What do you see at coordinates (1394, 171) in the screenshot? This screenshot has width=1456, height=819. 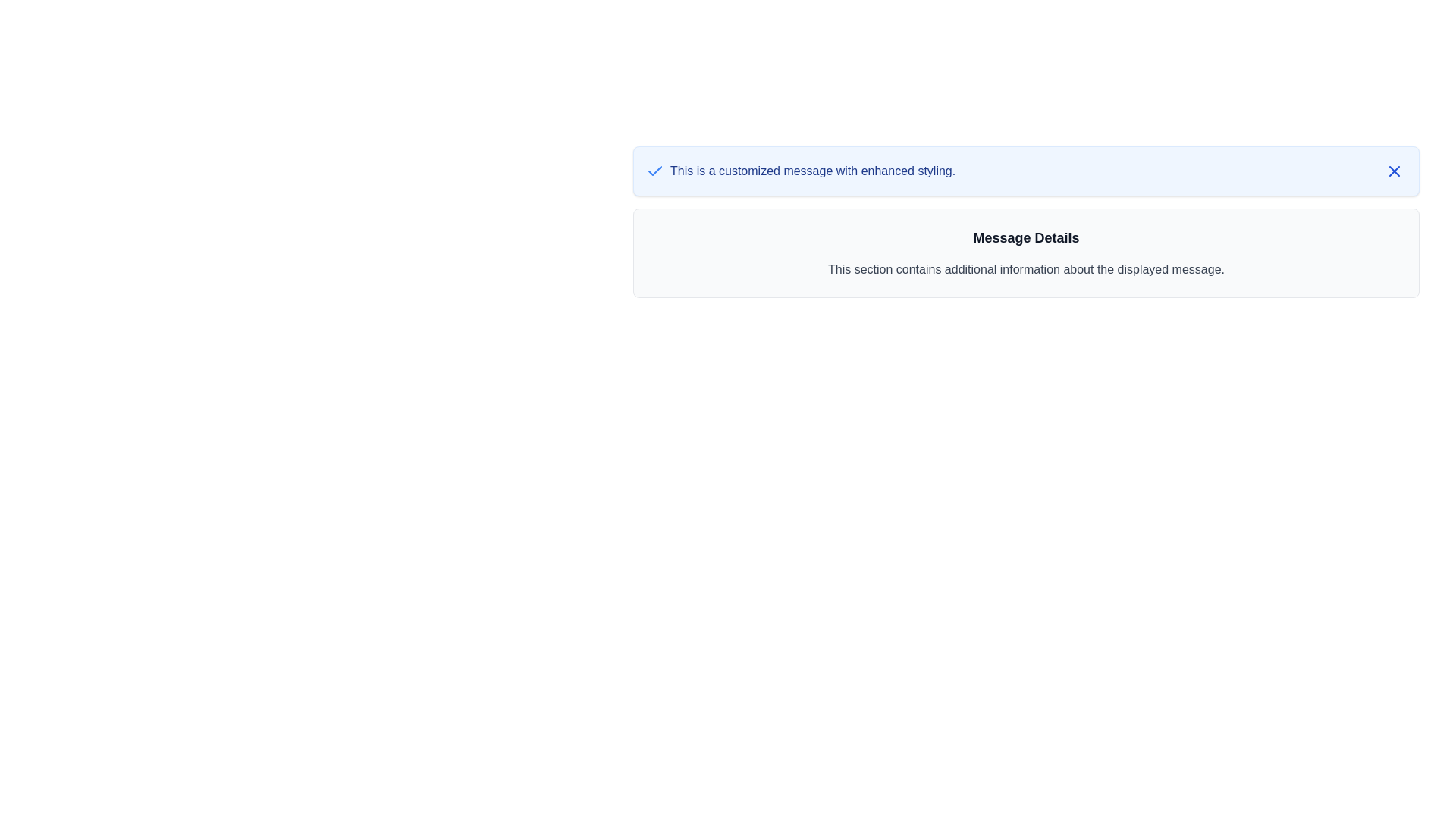 I see `the dismiss button located at the top right corner of the notification message by` at bounding box center [1394, 171].